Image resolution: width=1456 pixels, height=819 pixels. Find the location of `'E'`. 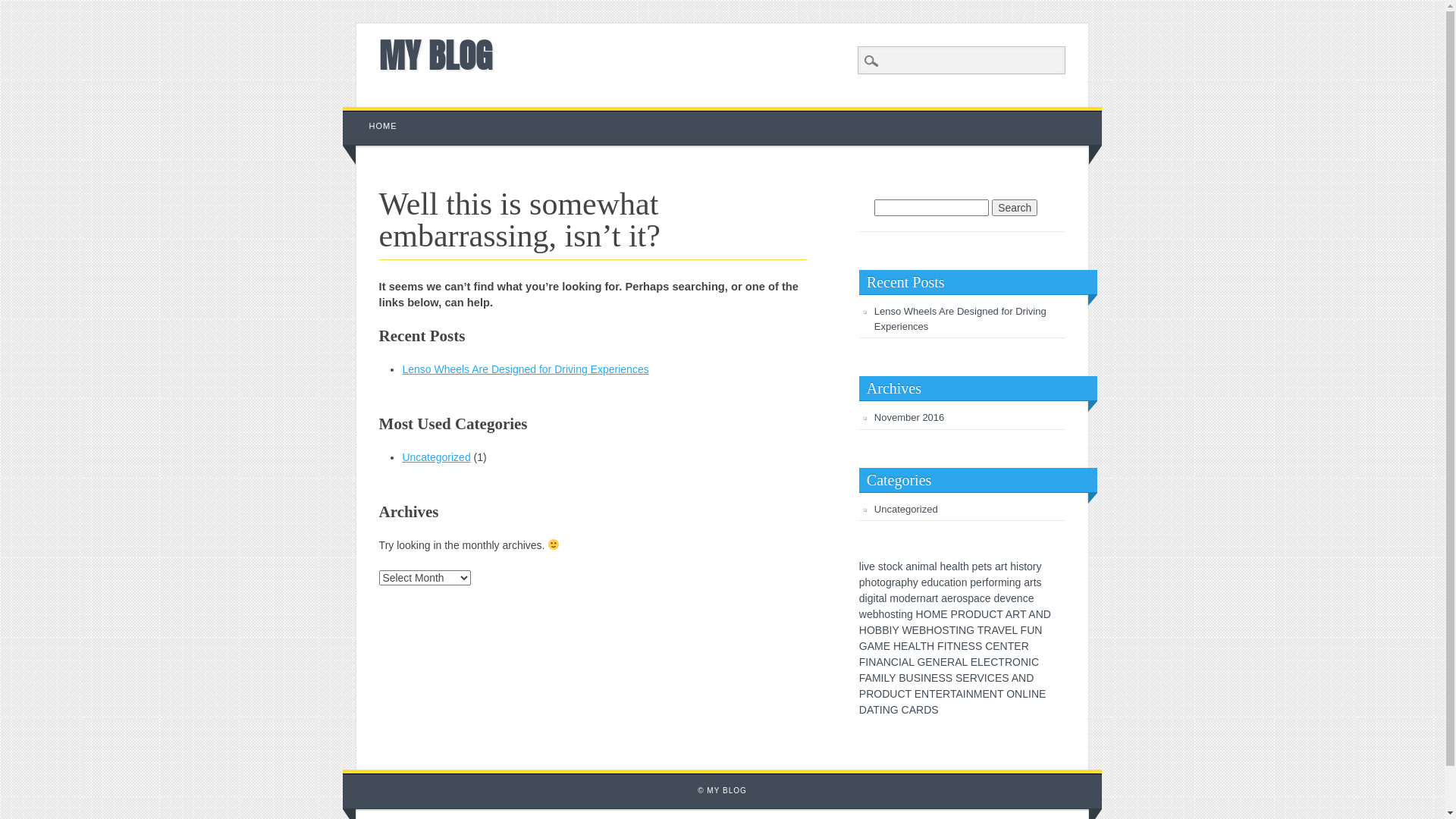

'E' is located at coordinates (938, 693).